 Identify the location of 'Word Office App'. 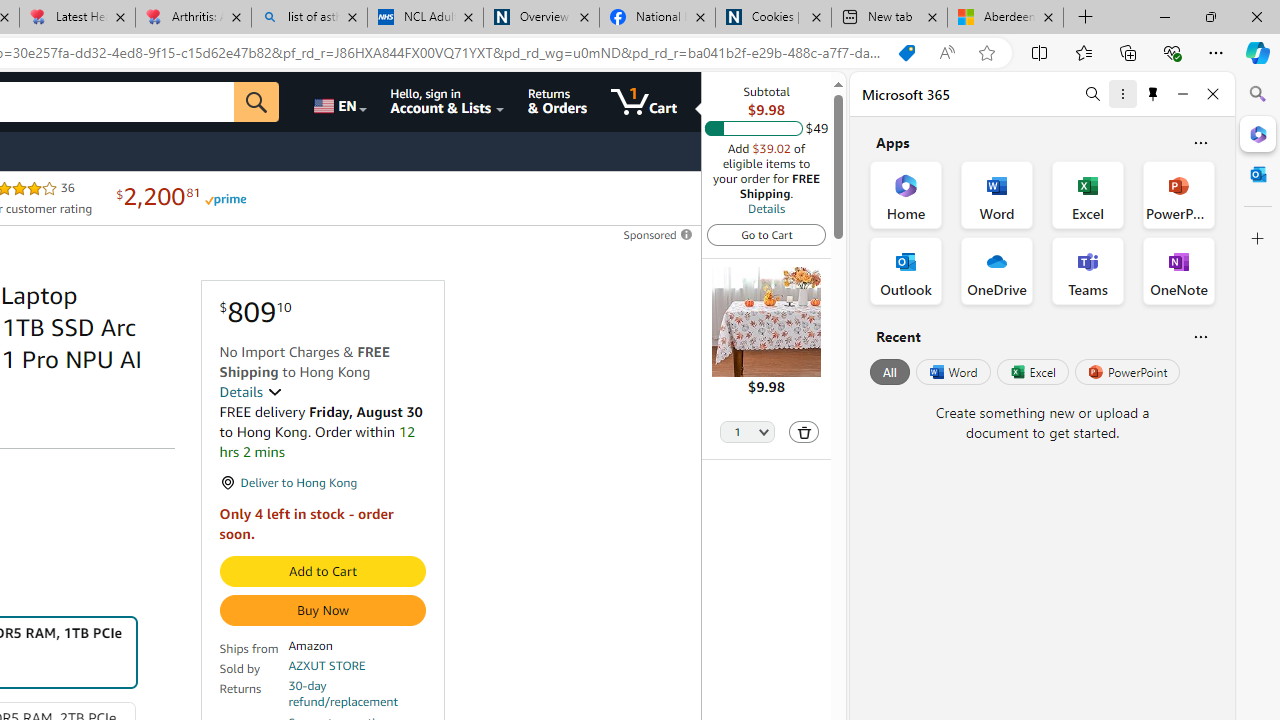
(997, 195).